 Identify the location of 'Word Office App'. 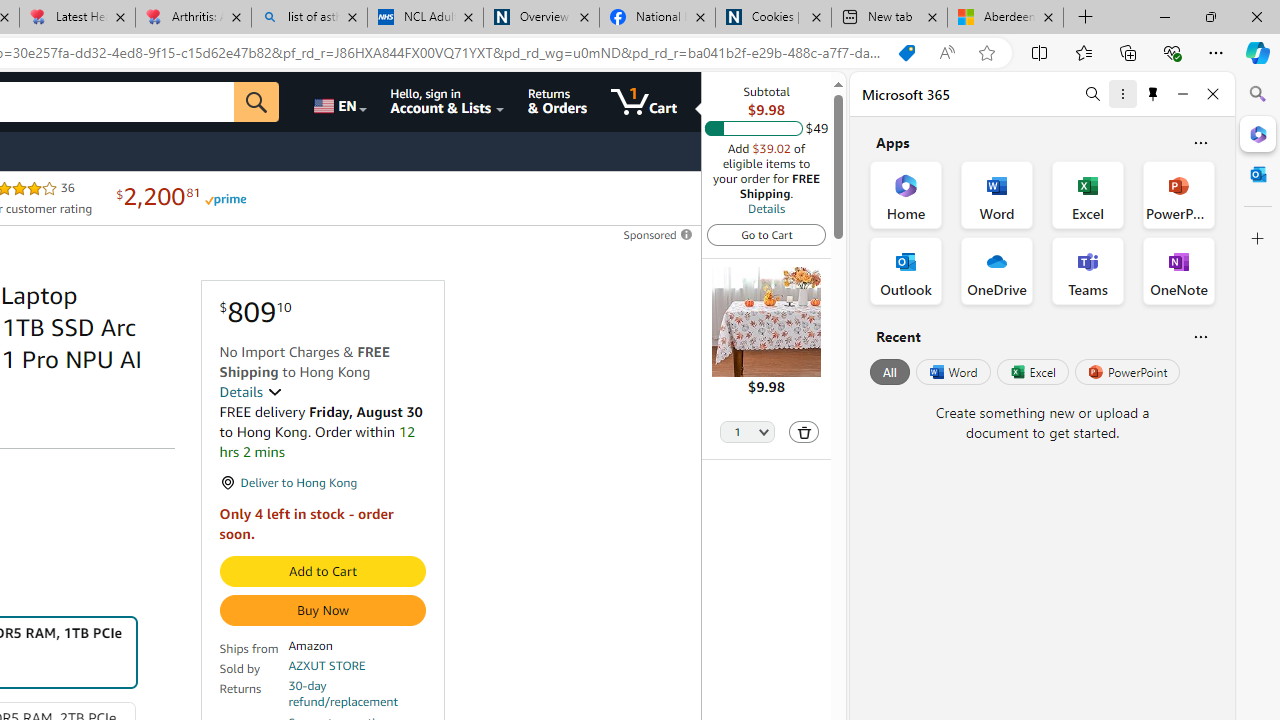
(997, 195).